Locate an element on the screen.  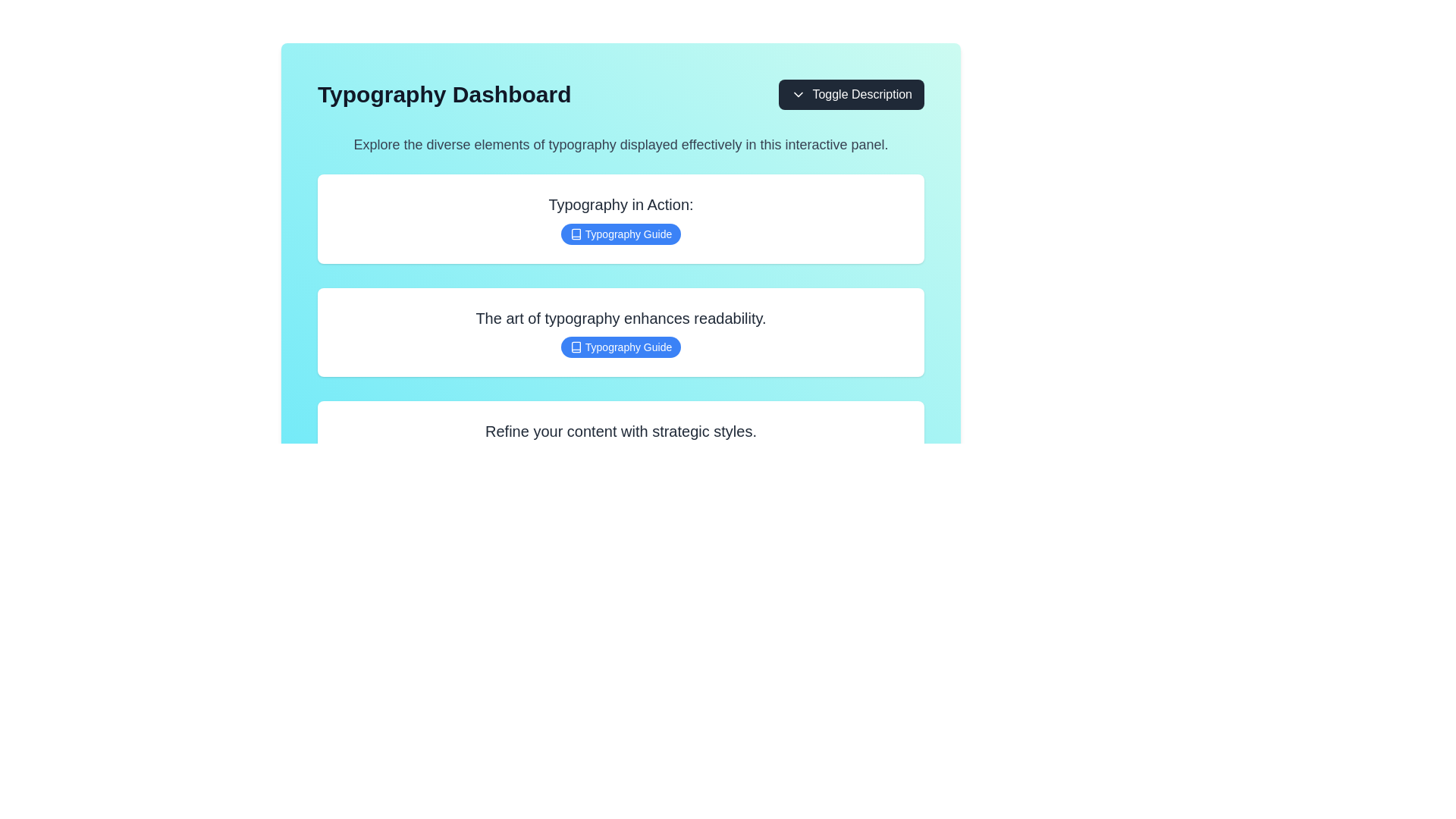
the small button labeled 'Typography Guide' with a blue background and white text, located below the text 'The art of typography enhances readability.' is located at coordinates (621, 347).